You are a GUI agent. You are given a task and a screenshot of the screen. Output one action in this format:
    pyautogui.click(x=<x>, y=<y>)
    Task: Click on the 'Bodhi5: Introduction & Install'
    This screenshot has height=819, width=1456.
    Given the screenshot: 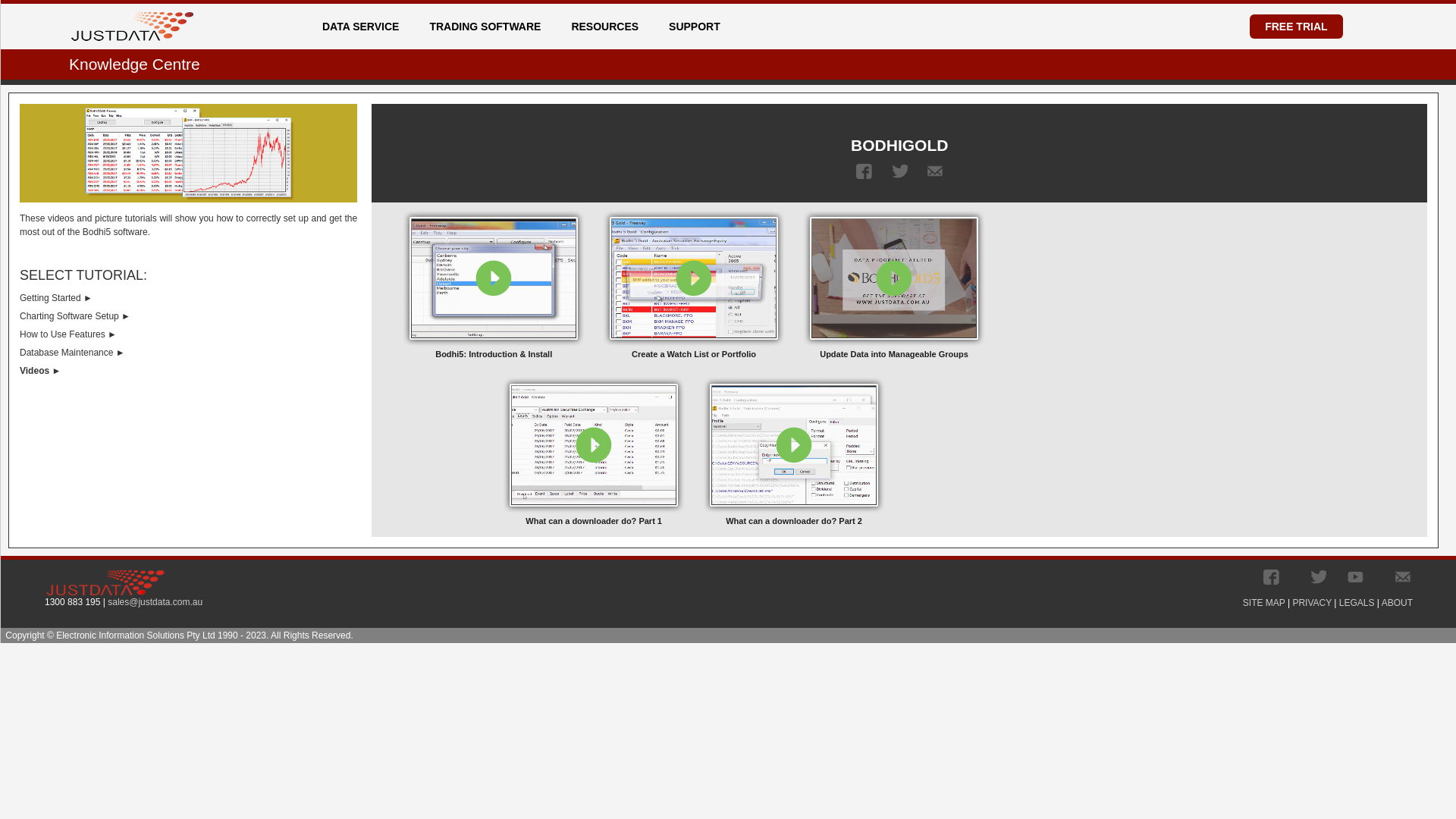 What is the action you would take?
    pyautogui.click(x=403, y=286)
    